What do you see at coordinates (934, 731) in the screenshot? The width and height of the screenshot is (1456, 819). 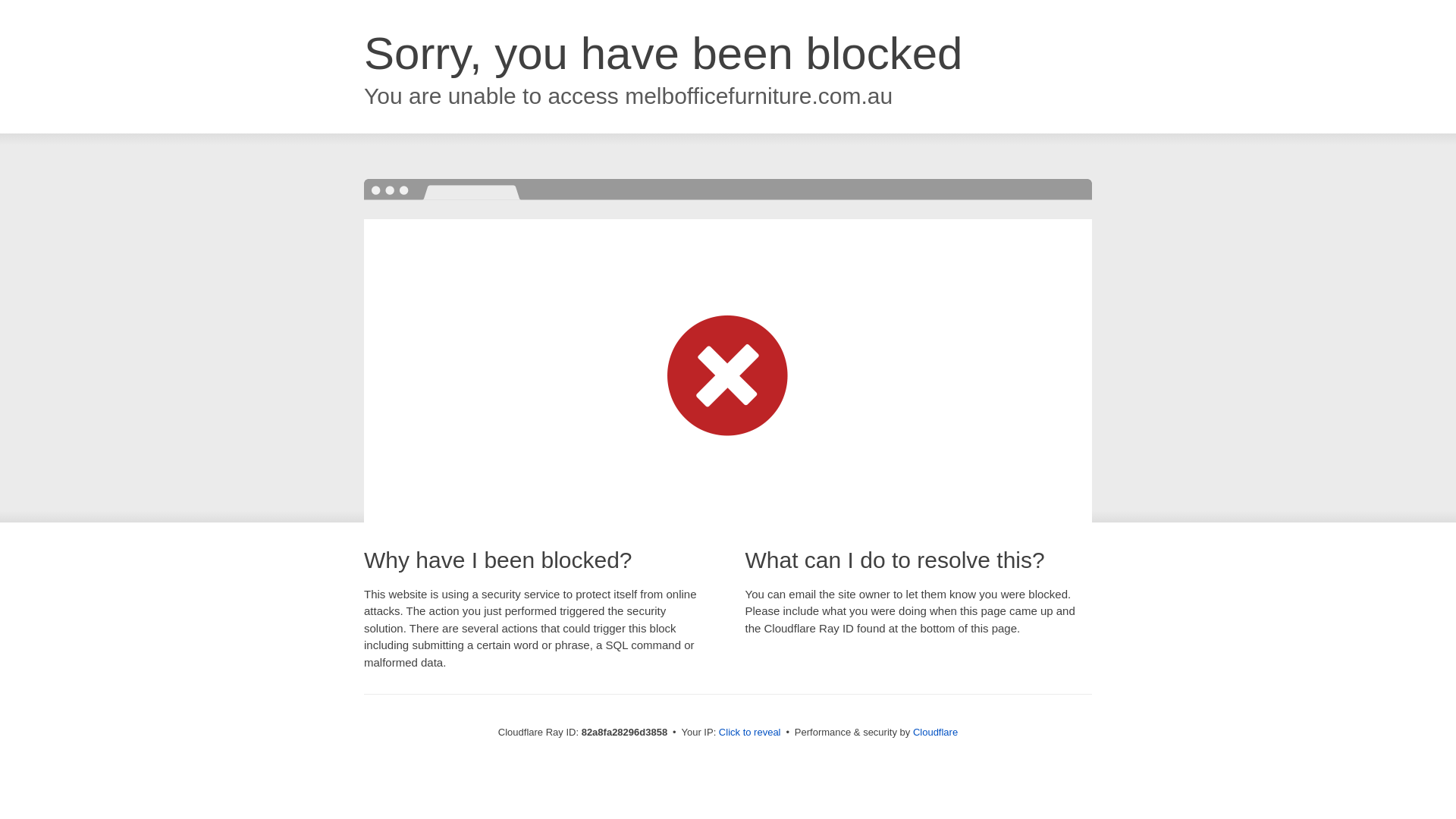 I see `'Cloudflare'` at bounding box center [934, 731].